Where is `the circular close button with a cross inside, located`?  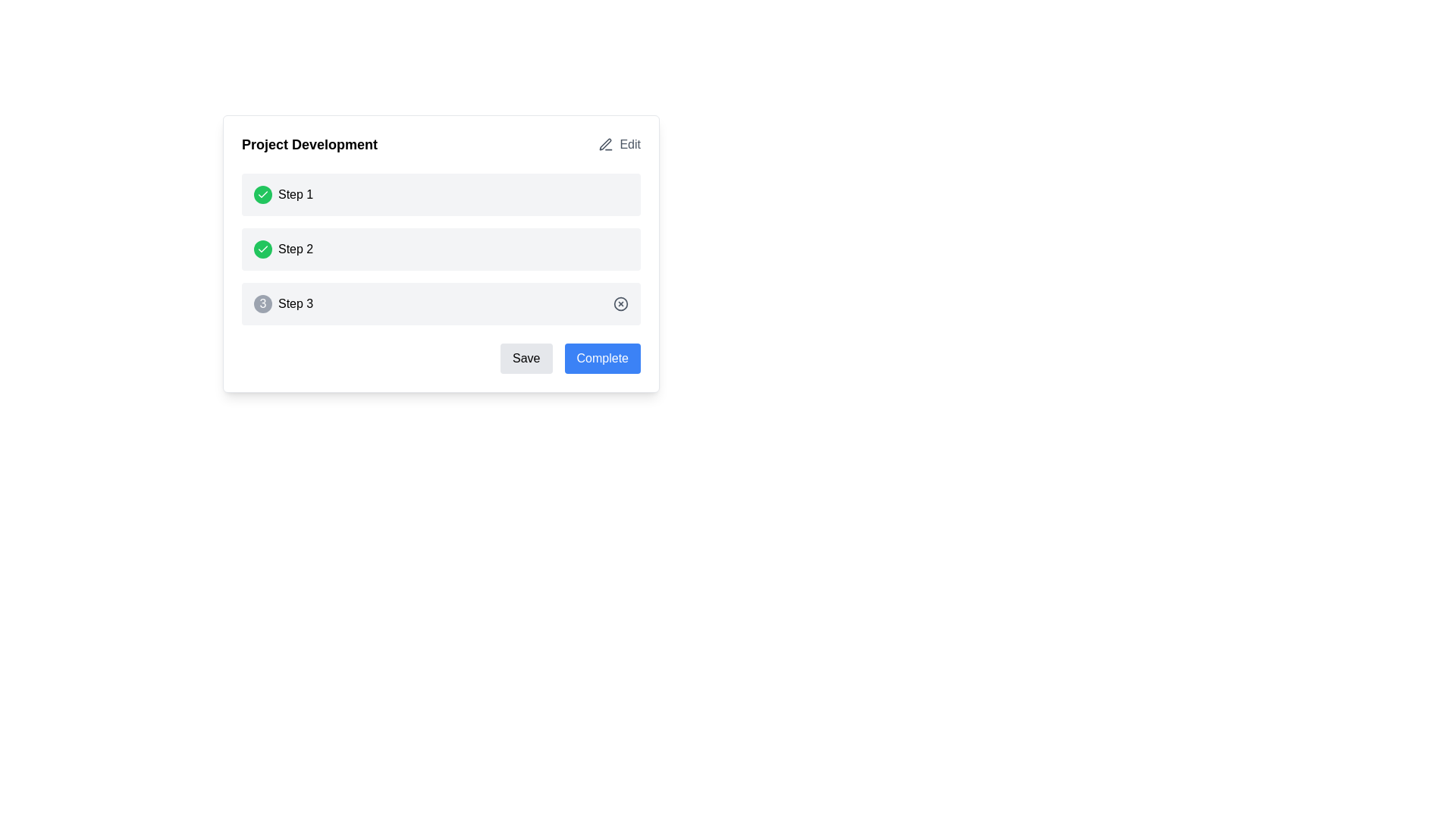
the circular close button with a cross inside, located is located at coordinates (621, 304).